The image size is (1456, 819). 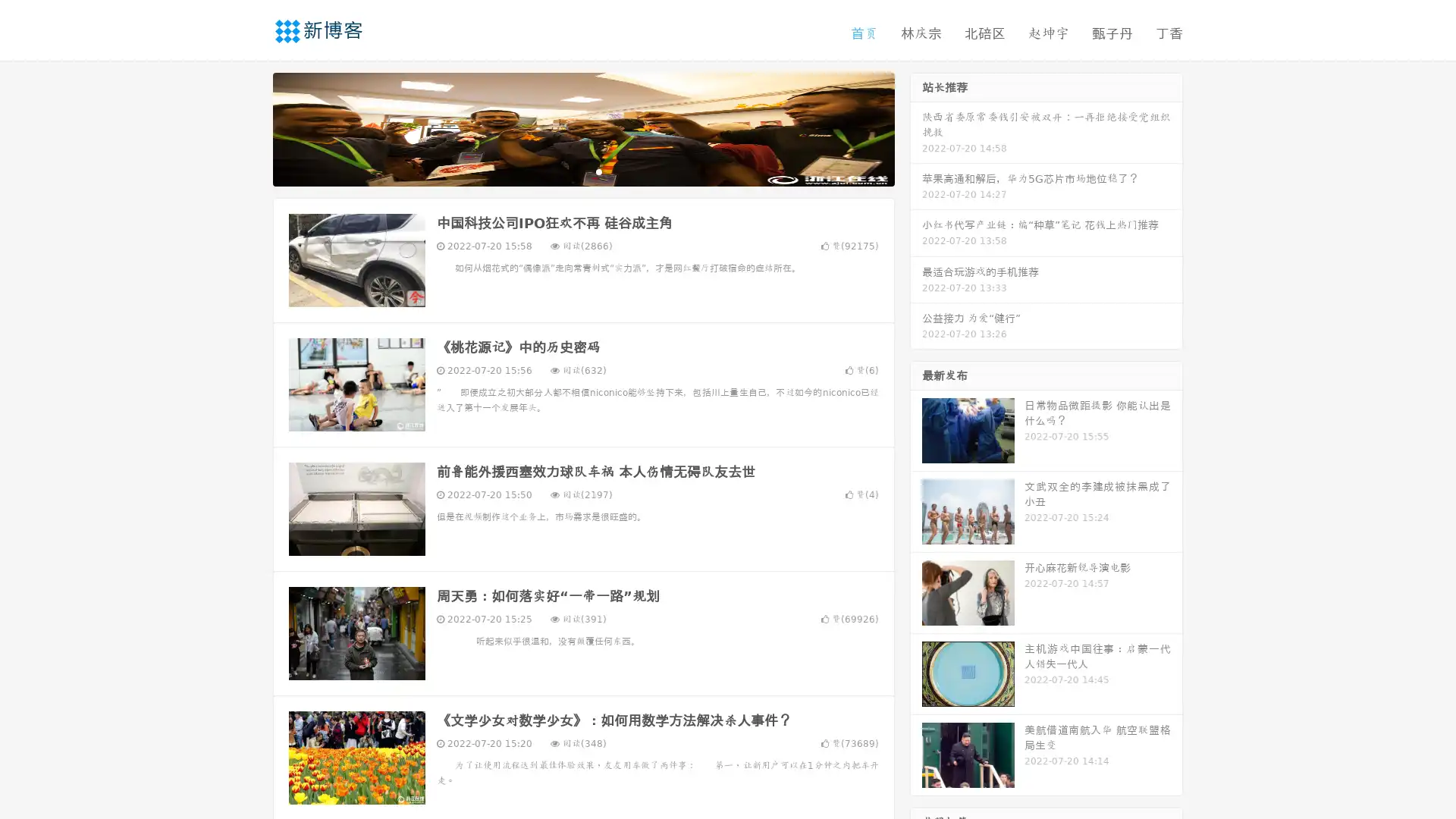 I want to click on Go to slide 3, so click(x=598, y=171).